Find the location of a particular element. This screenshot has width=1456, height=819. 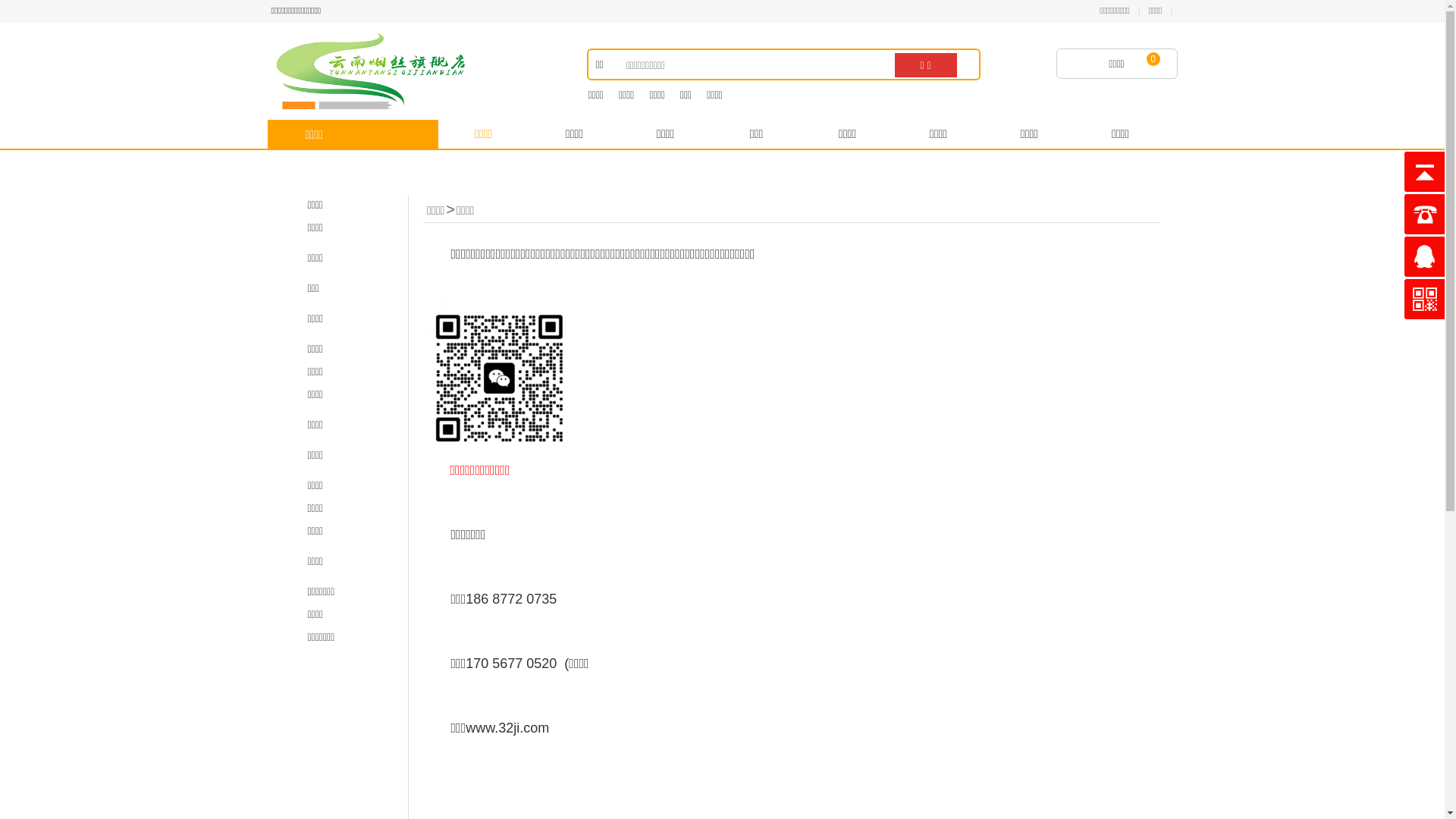

'www.32ji.com' is located at coordinates (507, 727).